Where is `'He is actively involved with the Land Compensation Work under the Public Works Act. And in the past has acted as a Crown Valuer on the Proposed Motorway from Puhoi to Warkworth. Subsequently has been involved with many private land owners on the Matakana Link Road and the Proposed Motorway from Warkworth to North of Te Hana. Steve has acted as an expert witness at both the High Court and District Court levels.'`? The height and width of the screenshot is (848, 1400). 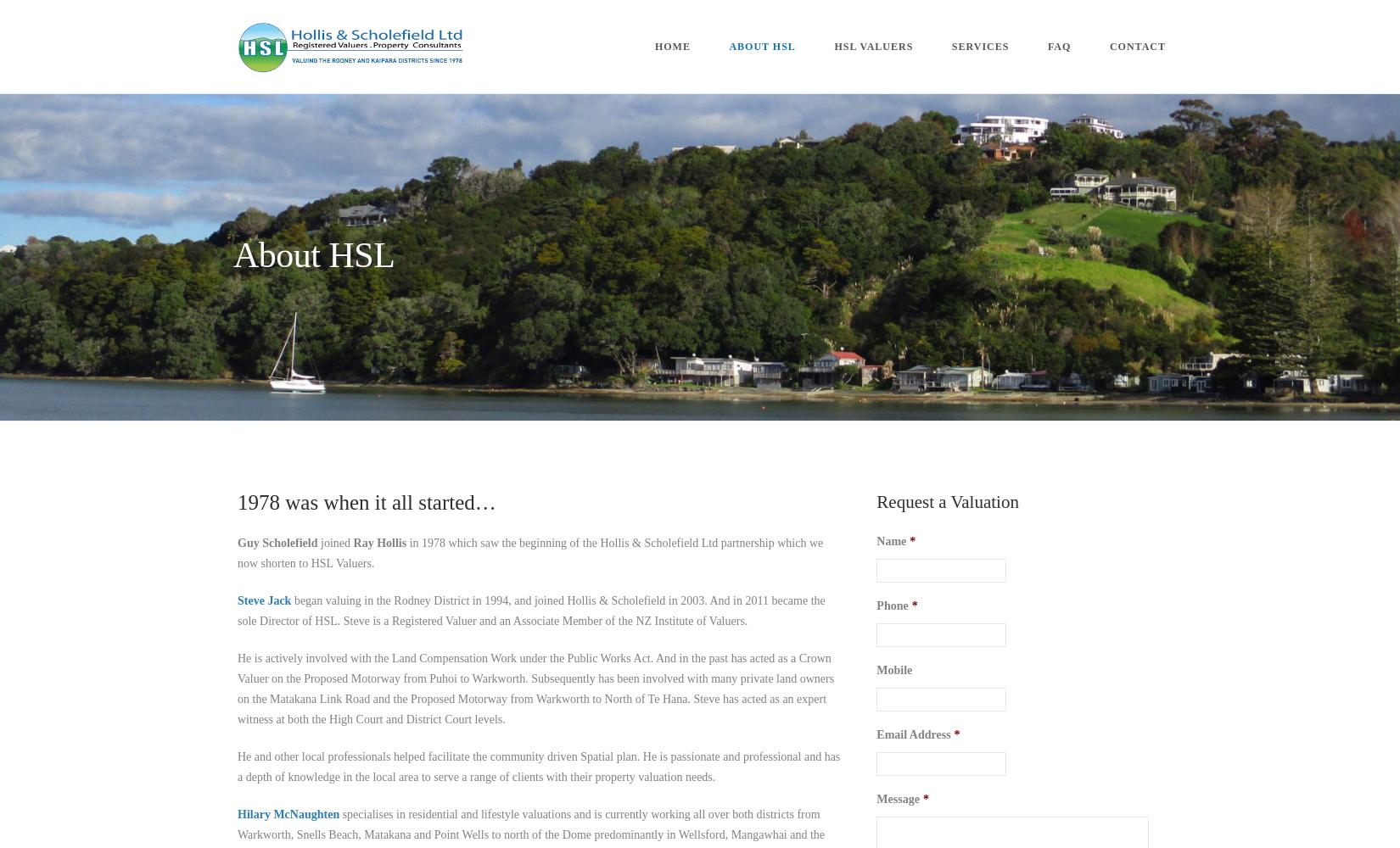 'He is actively involved with the Land Compensation Work under the Public Works Act. And in the past has acted as a Crown Valuer on the Proposed Motorway from Puhoi to Warkworth. Subsequently has been involved with many private land owners on the Matakana Link Road and the Proposed Motorway from Warkworth to North of Te Hana. Steve has acted as an expert witness at both the High Court and District Court levels.' is located at coordinates (535, 689).